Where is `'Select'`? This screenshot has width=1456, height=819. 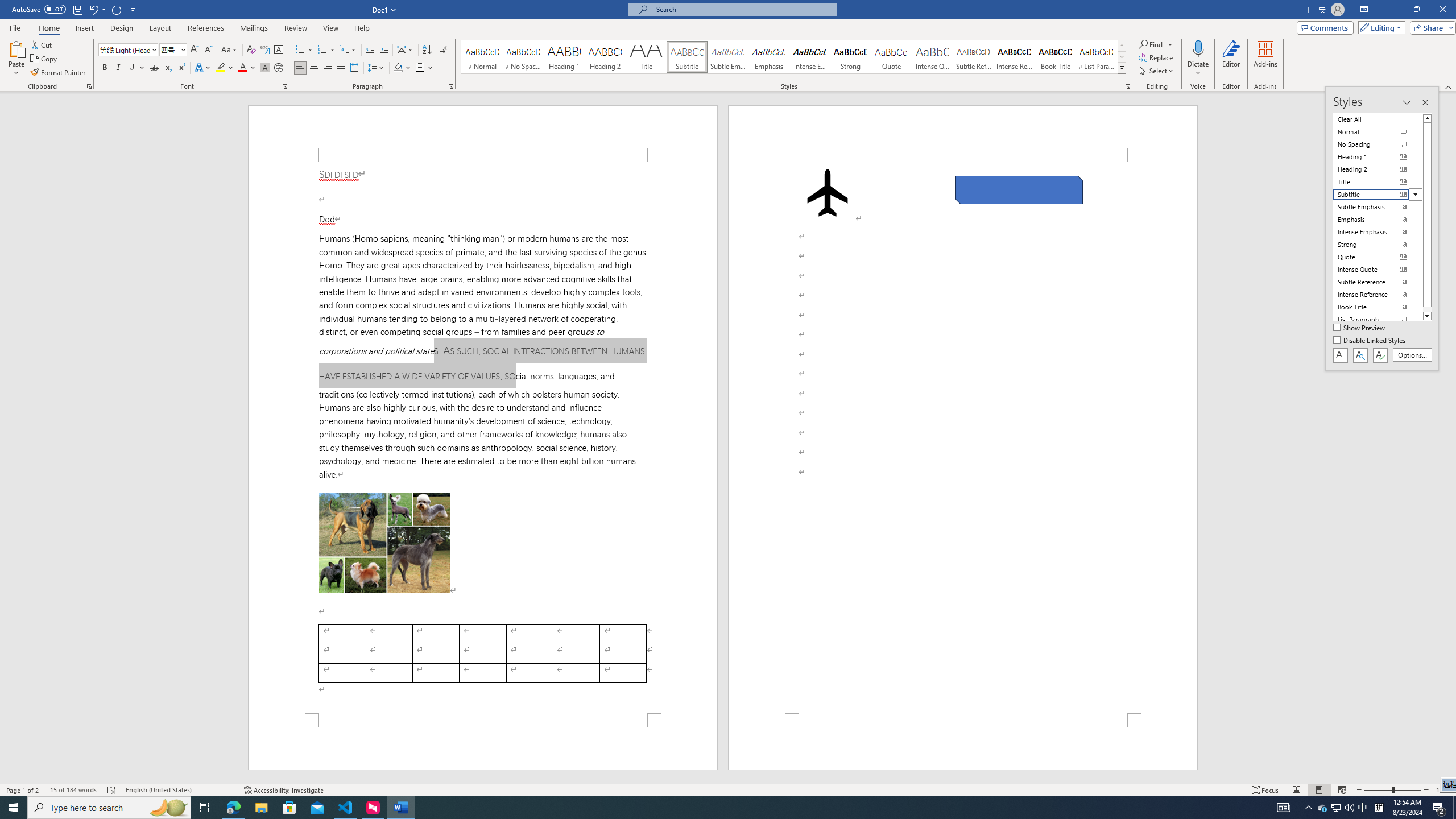
'Select' is located at coordinates (1157, 69).